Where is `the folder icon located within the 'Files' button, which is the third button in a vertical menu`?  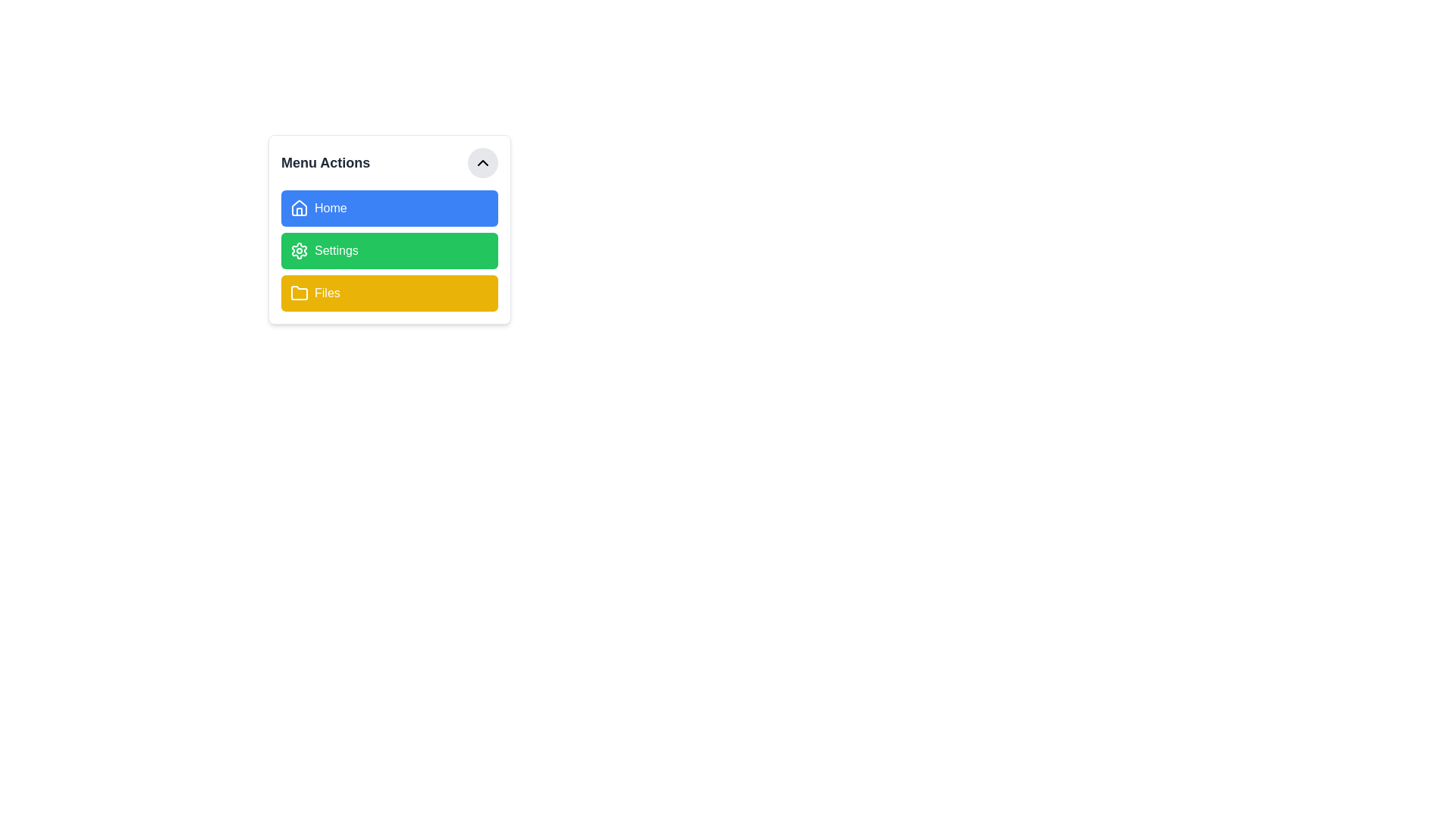
the folder icon located within the 'Files' button, which is the third button in a vertical menu is located at coordinates (299, 293).